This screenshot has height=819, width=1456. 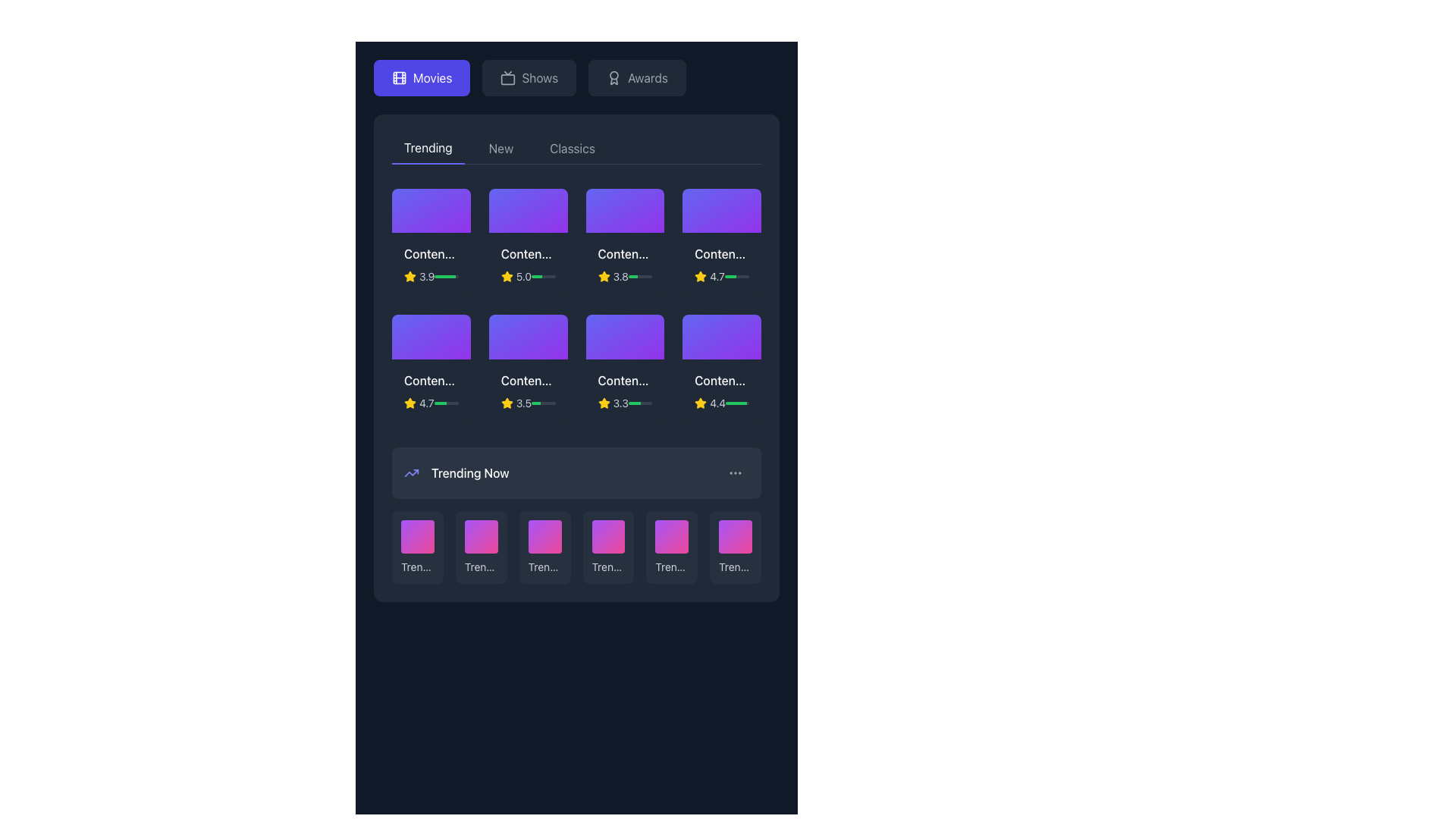 What do you see at coordinates (571, 149) in the screenshot?
I see `the 'Classics' button in the navigation menu` at bounding box center [571, 149].